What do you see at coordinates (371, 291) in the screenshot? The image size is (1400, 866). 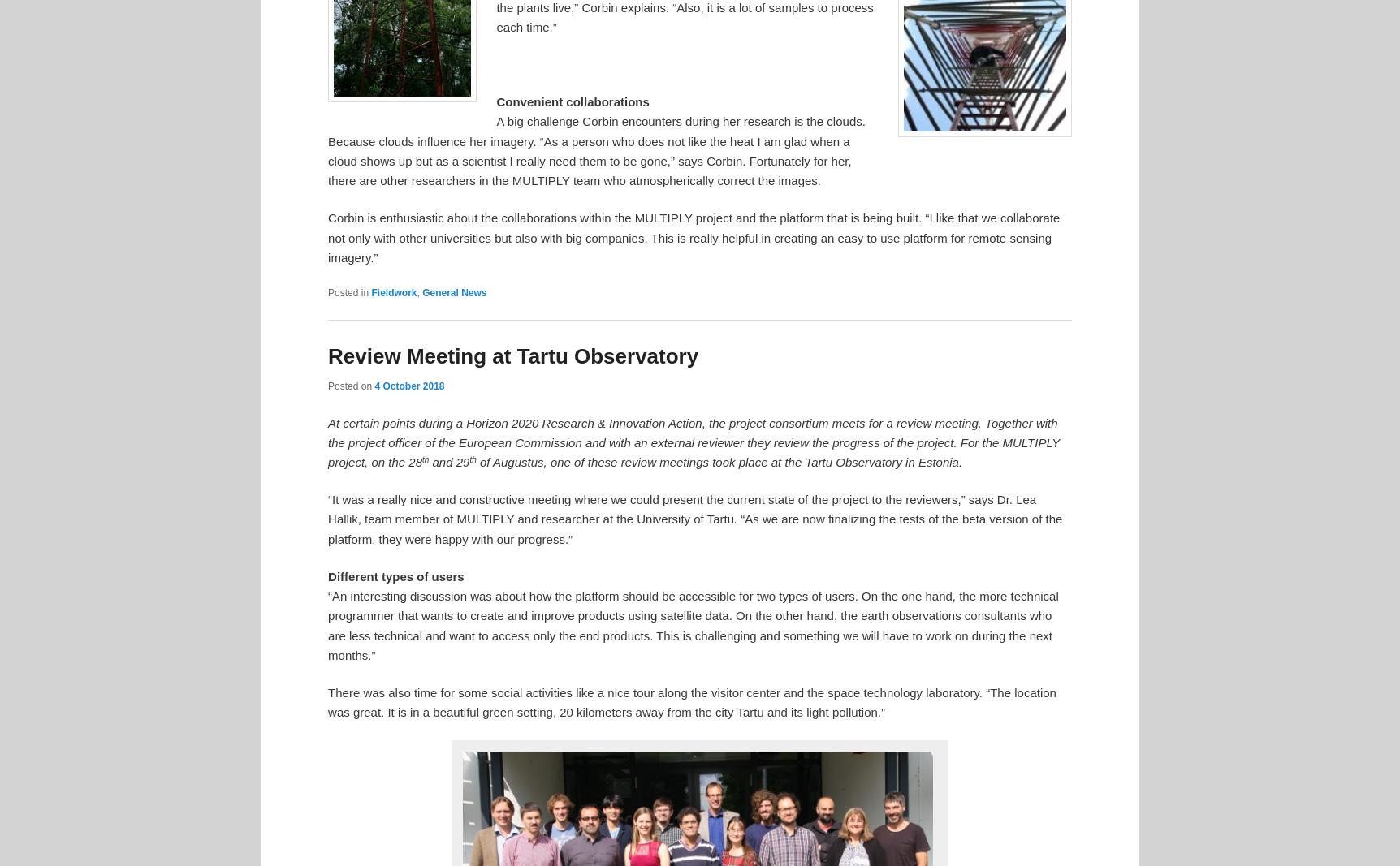 I see `'Fieldwork'` at bounding box center [371, 291].